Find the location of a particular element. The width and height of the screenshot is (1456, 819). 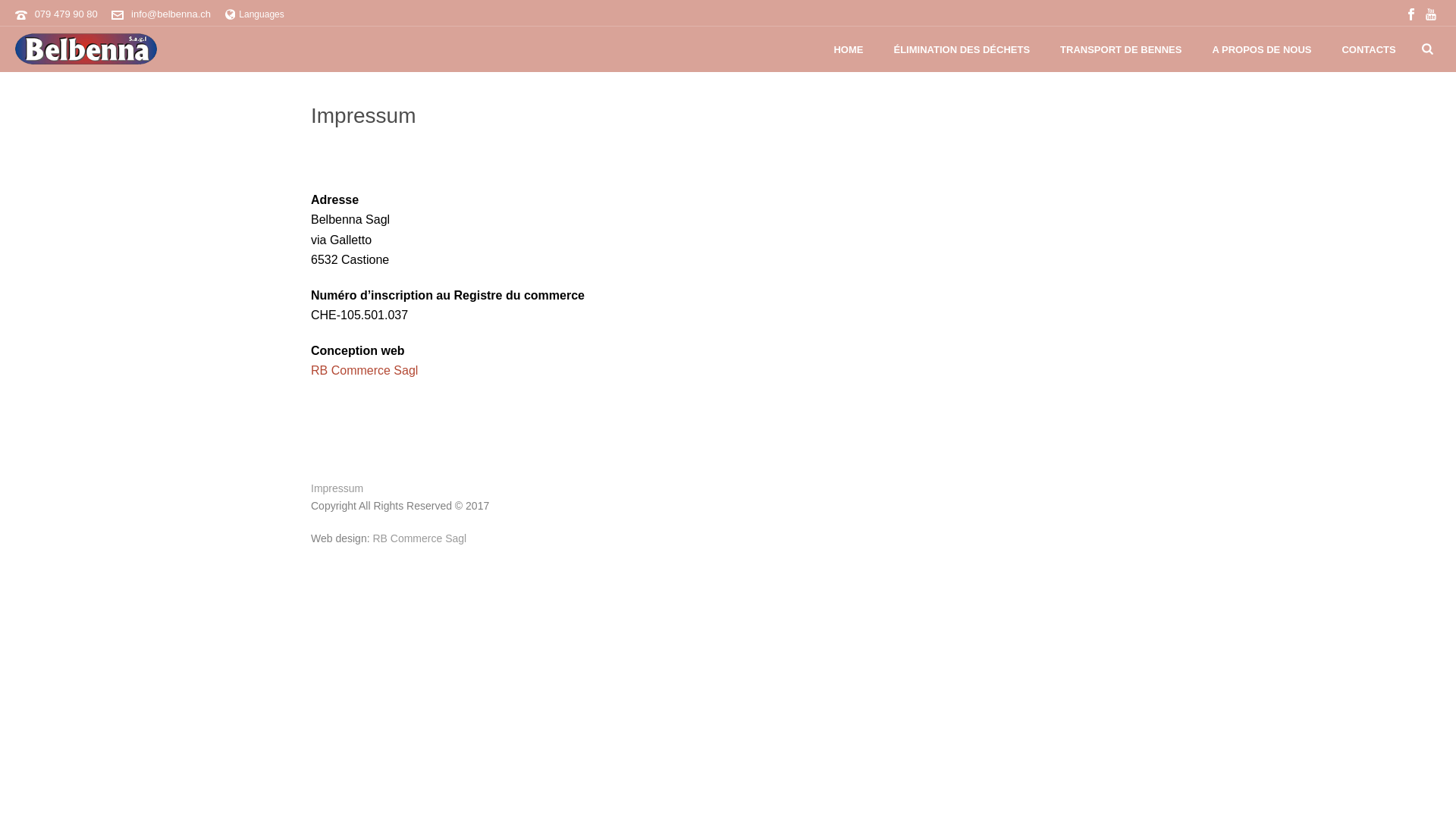

'CONTACTS' is located at coordinates (1368, 49).